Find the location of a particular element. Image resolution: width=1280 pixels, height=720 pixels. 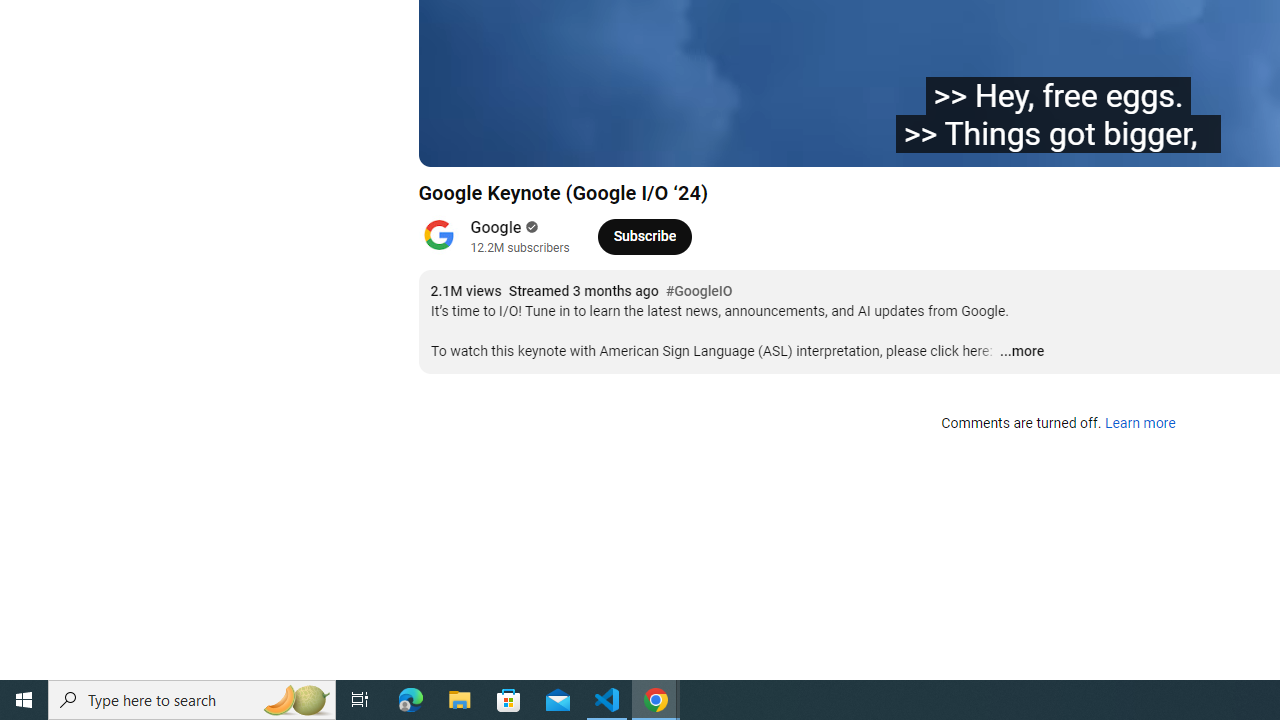

'Learn more' is located at coordinates (1139, 423).